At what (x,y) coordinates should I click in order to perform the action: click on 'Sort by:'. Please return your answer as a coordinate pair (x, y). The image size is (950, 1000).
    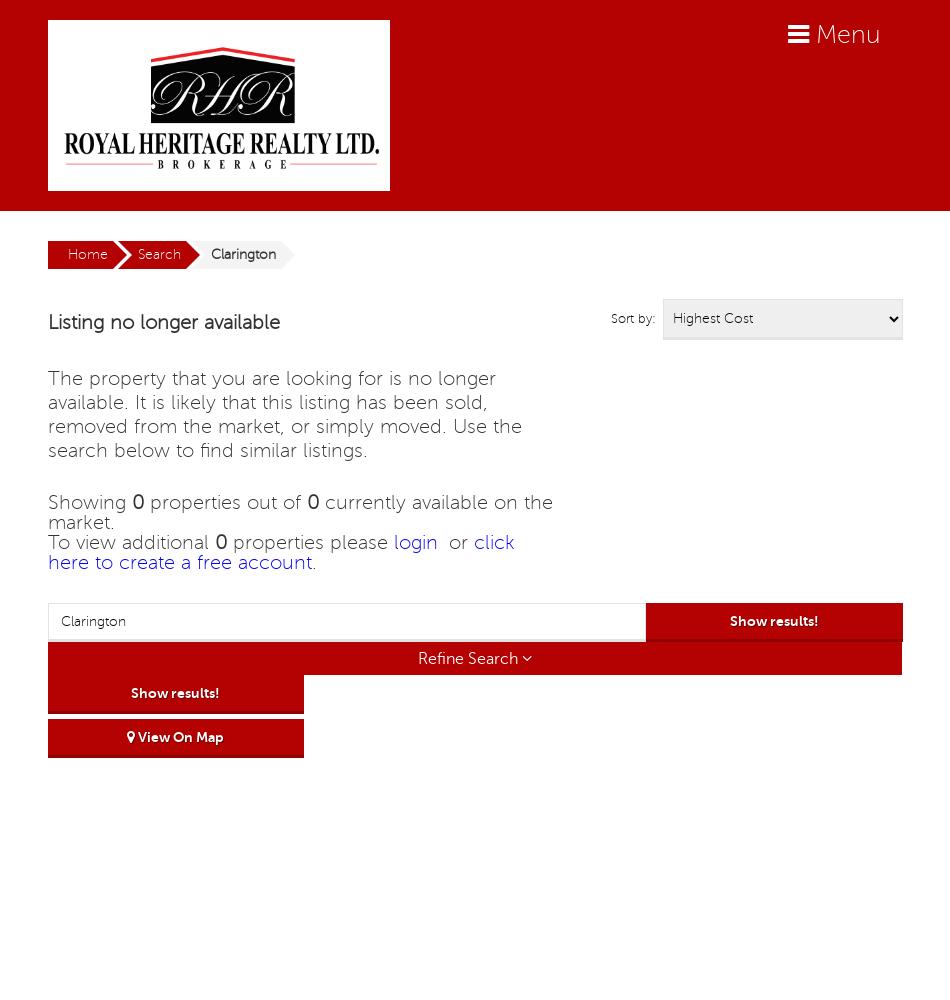
    Looking at the image, I should click on (632, 318).